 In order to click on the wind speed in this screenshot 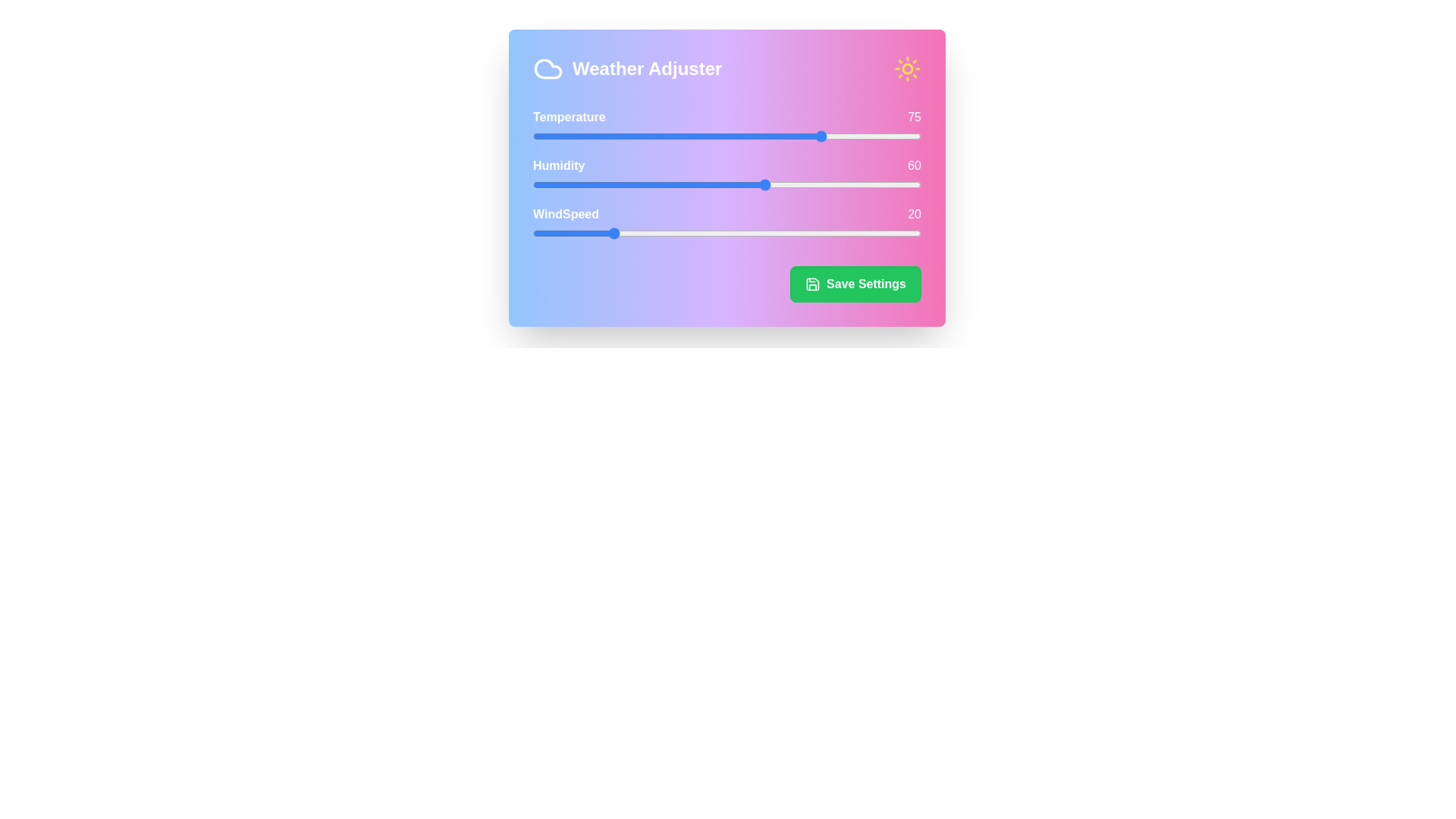, I will do `click(571, 234)`.